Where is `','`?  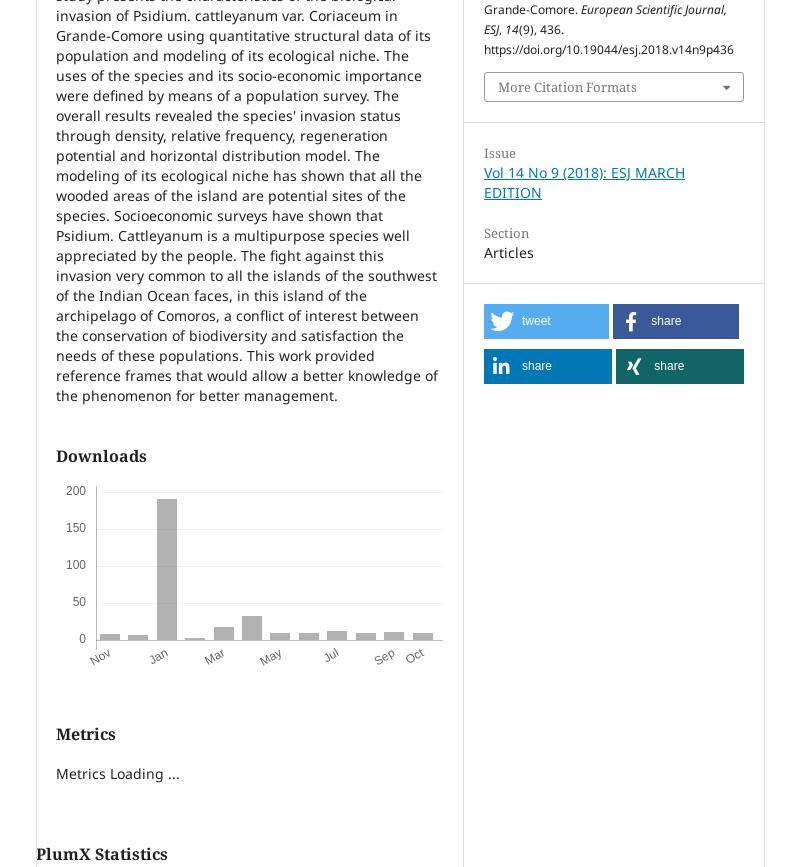 ',' is located at coordinates (500, 29).